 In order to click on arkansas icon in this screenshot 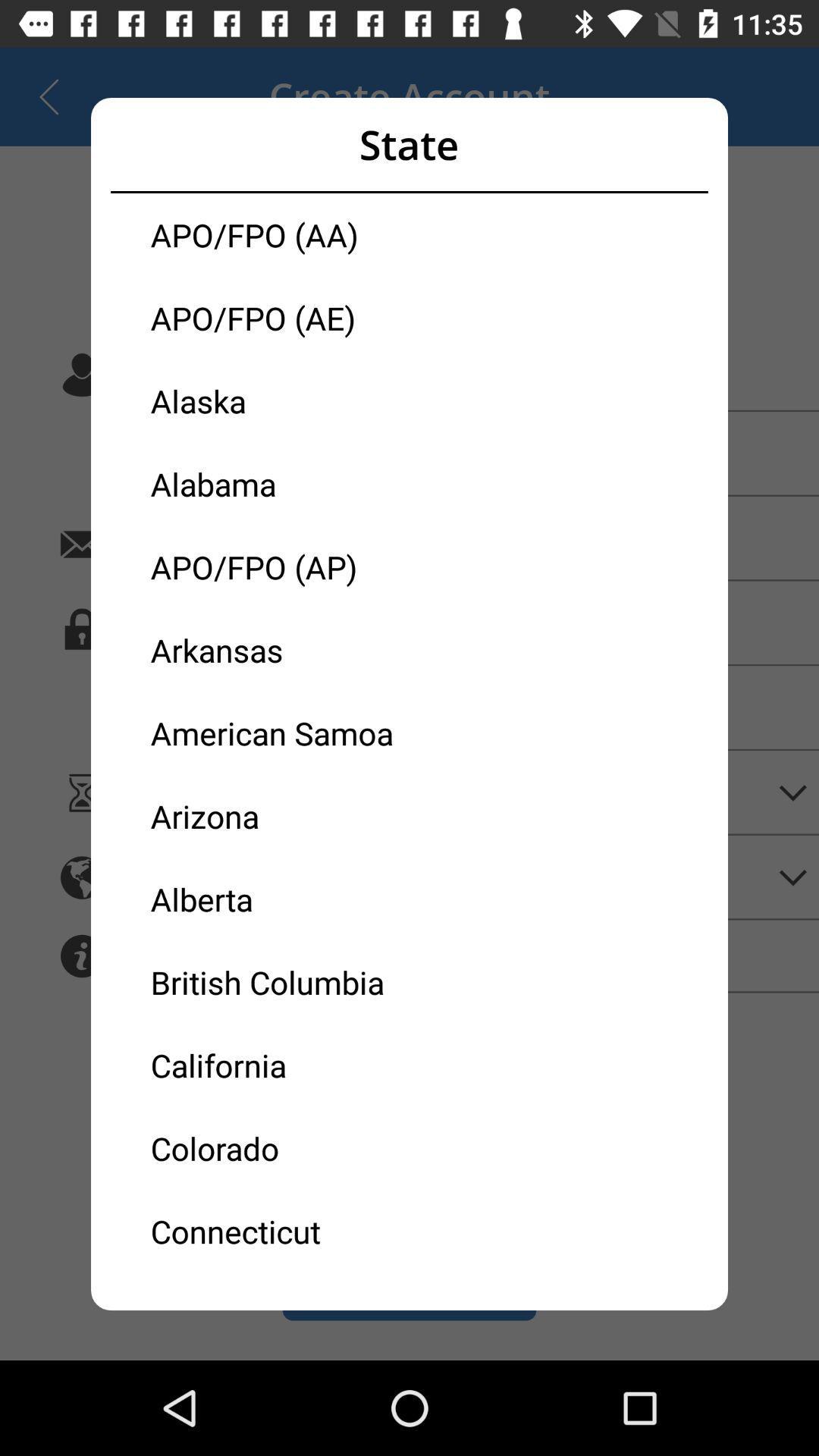, I will do `click(280, 650)`.